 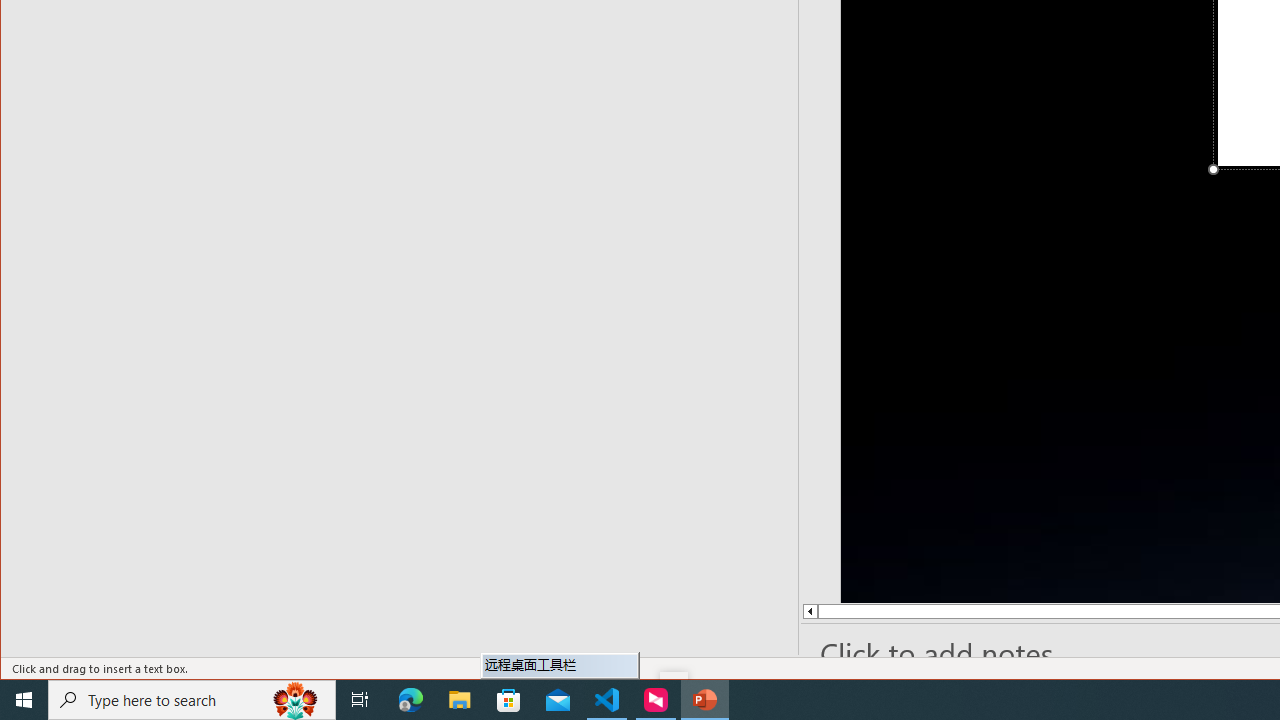 What do you see at coordinates (410, 698) in the screenshot?
I see `'Microsoft Edge'` at bounding box center [410, 698].